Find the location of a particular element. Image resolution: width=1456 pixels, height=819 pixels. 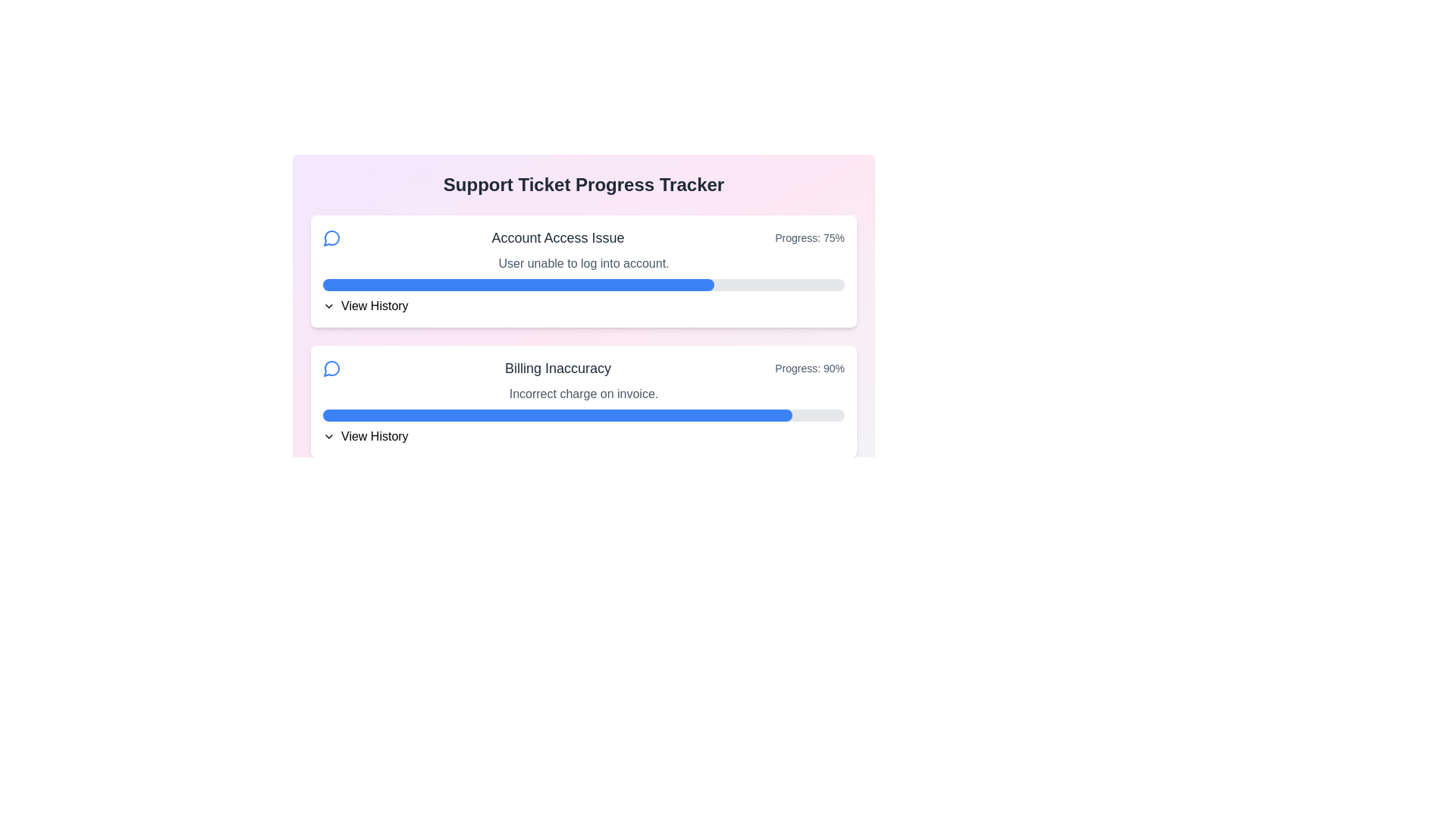

the text label or button that accesses history details related to the issue described in the card above it, positioned immediately to the right of a chevron-down icon is located at coordinates (375, 306).